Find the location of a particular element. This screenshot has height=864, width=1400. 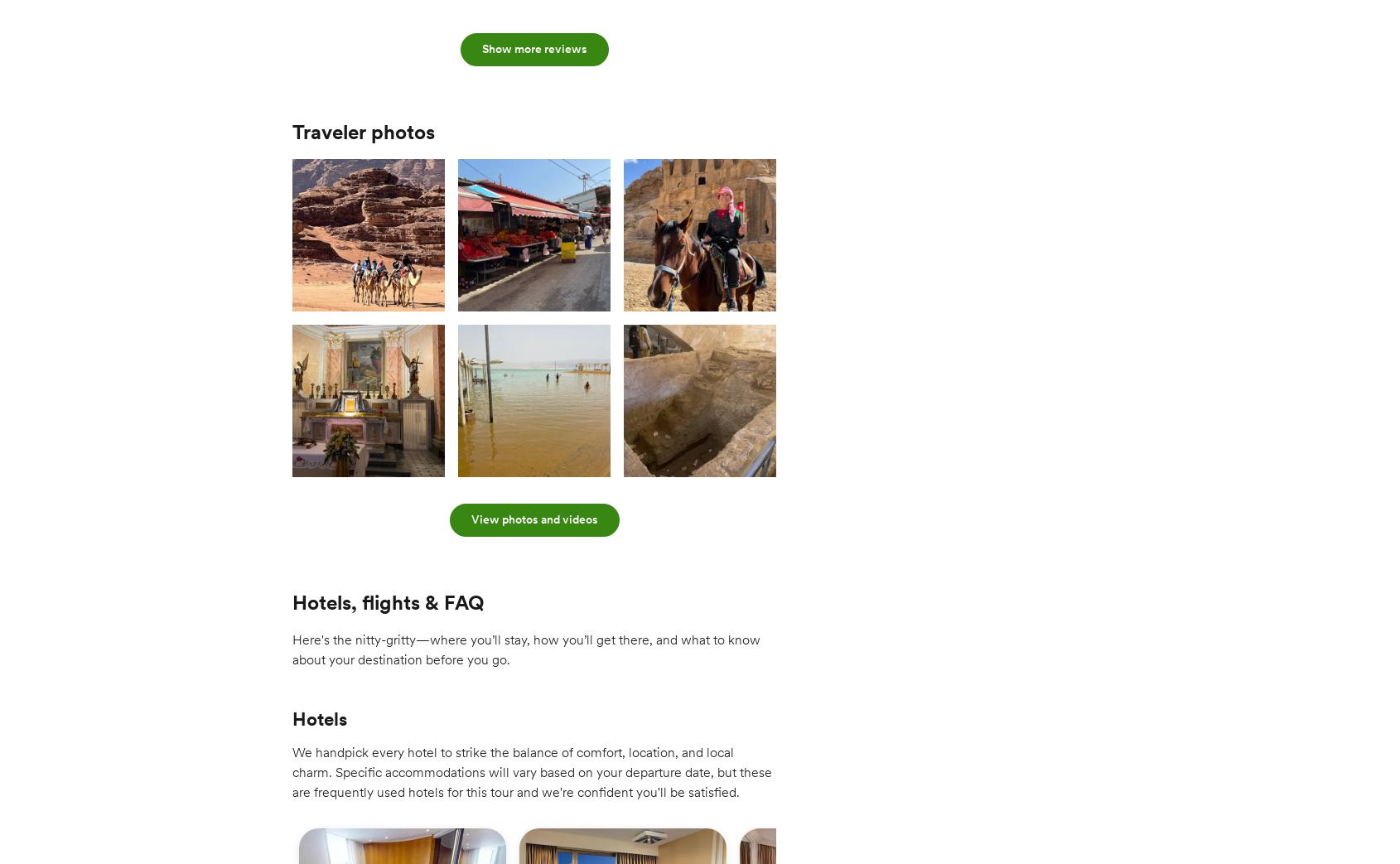

'Visit the Oriental Bazaar' is located at coordinates (304, 830).